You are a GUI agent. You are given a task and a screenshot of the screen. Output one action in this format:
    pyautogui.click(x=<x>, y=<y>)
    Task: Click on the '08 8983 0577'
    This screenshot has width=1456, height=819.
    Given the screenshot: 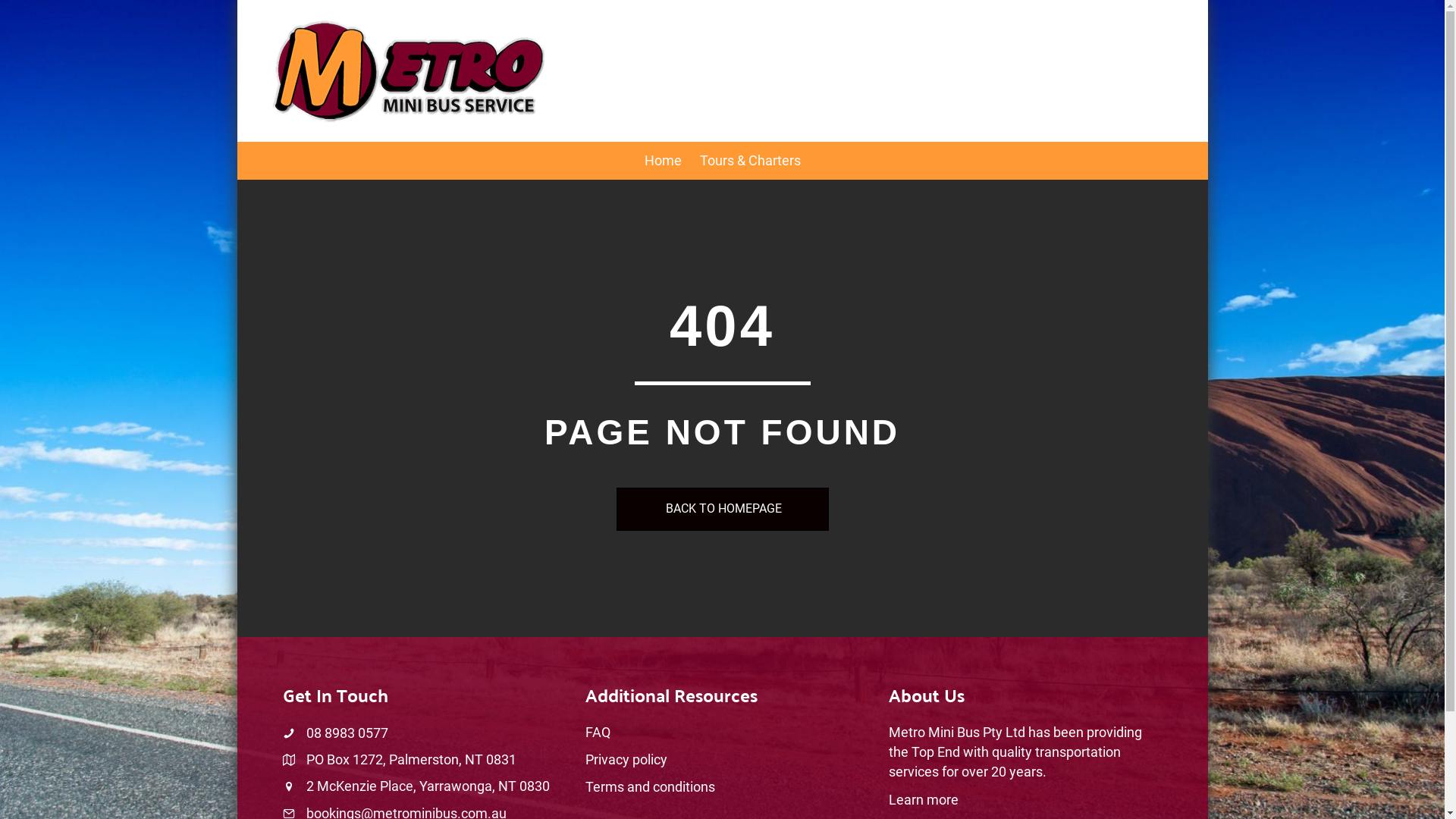 What is the action you would take?
    pyautogui.click(x=305, y=732)
    